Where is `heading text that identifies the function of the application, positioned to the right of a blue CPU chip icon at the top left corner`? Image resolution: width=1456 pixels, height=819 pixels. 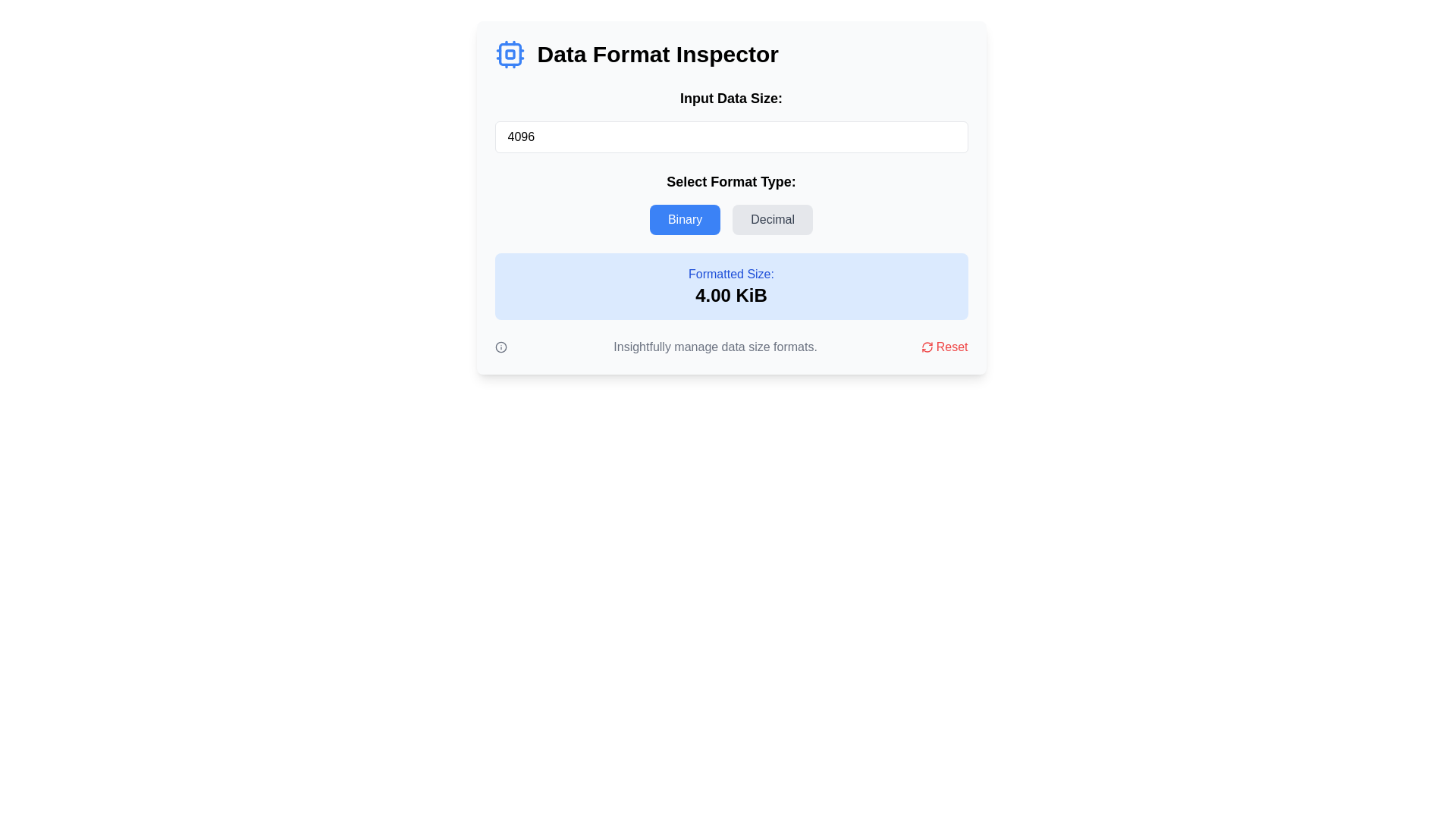 heading text that identifies the function of the application, positioned to the right of a blue CPU chip icon at the top left corner is located at coordinates (657, 54).